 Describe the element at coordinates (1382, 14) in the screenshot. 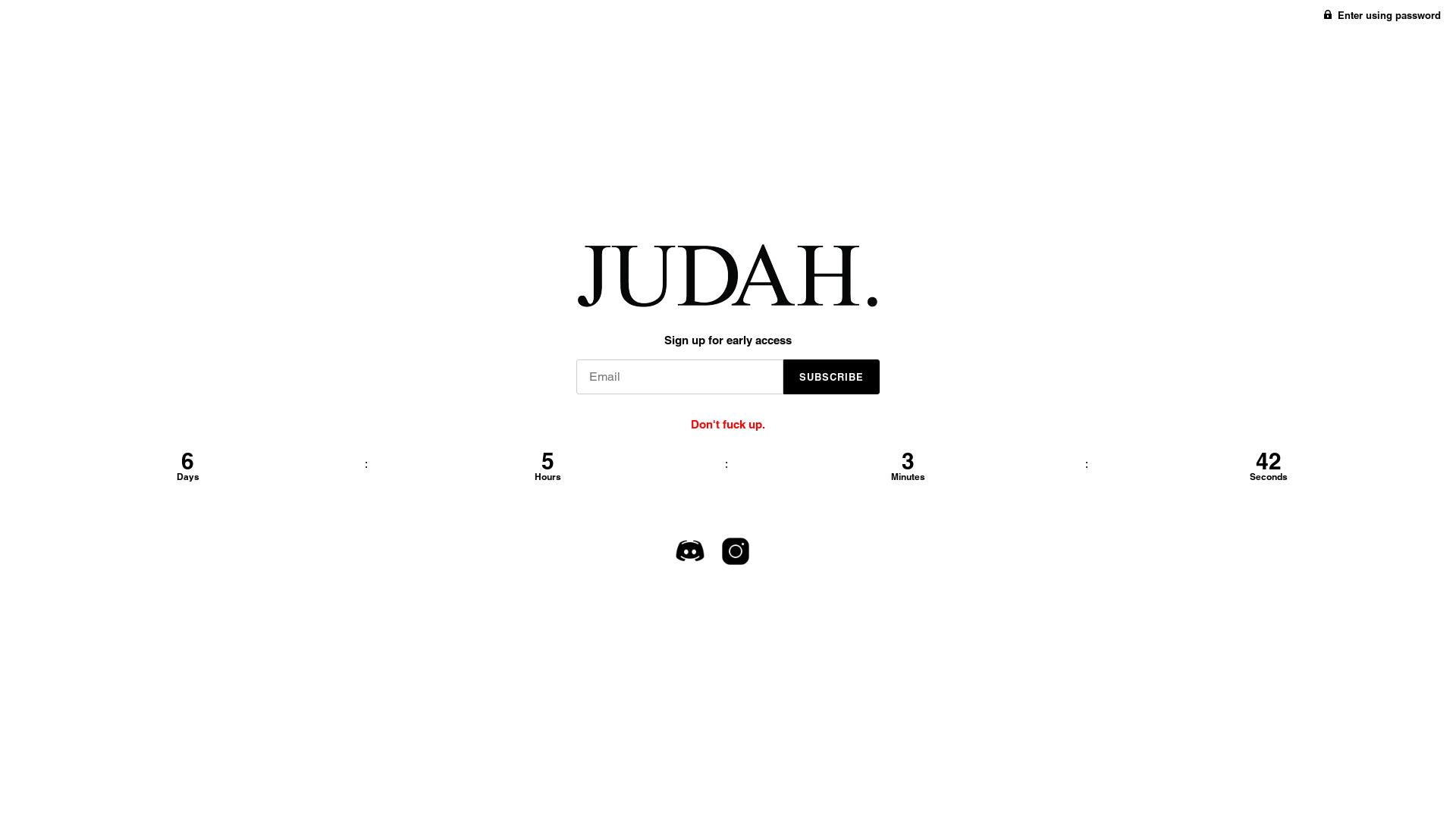

I see `'Enter using password'` at that location.